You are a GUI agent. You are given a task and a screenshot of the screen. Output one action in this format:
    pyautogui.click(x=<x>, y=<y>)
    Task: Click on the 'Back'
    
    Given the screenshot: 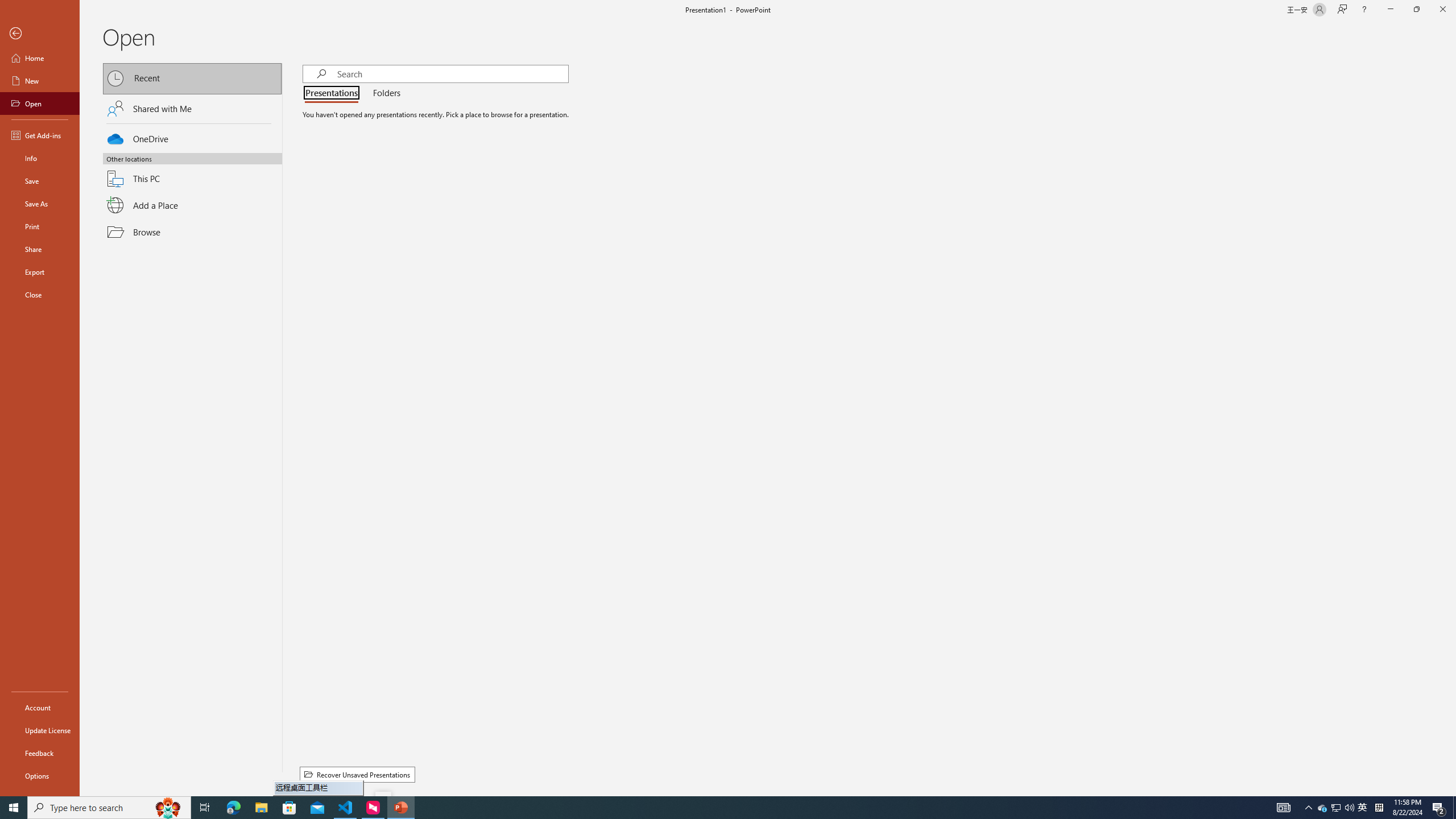 What is the action you would take?
    pyautogui.click(x=39, y=33)
    